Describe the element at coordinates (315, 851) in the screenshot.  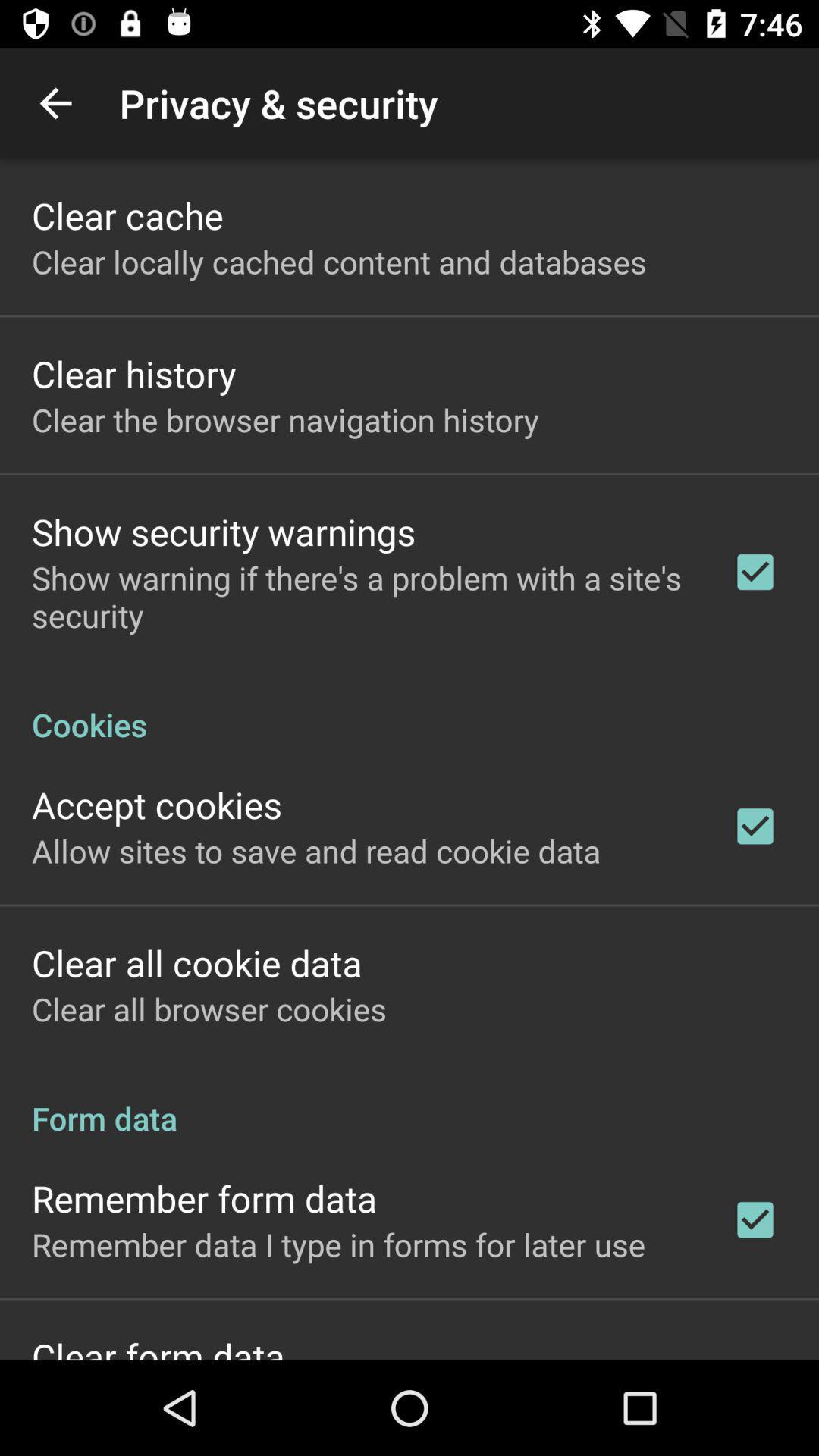
I see `the allow sites to item` at that location.